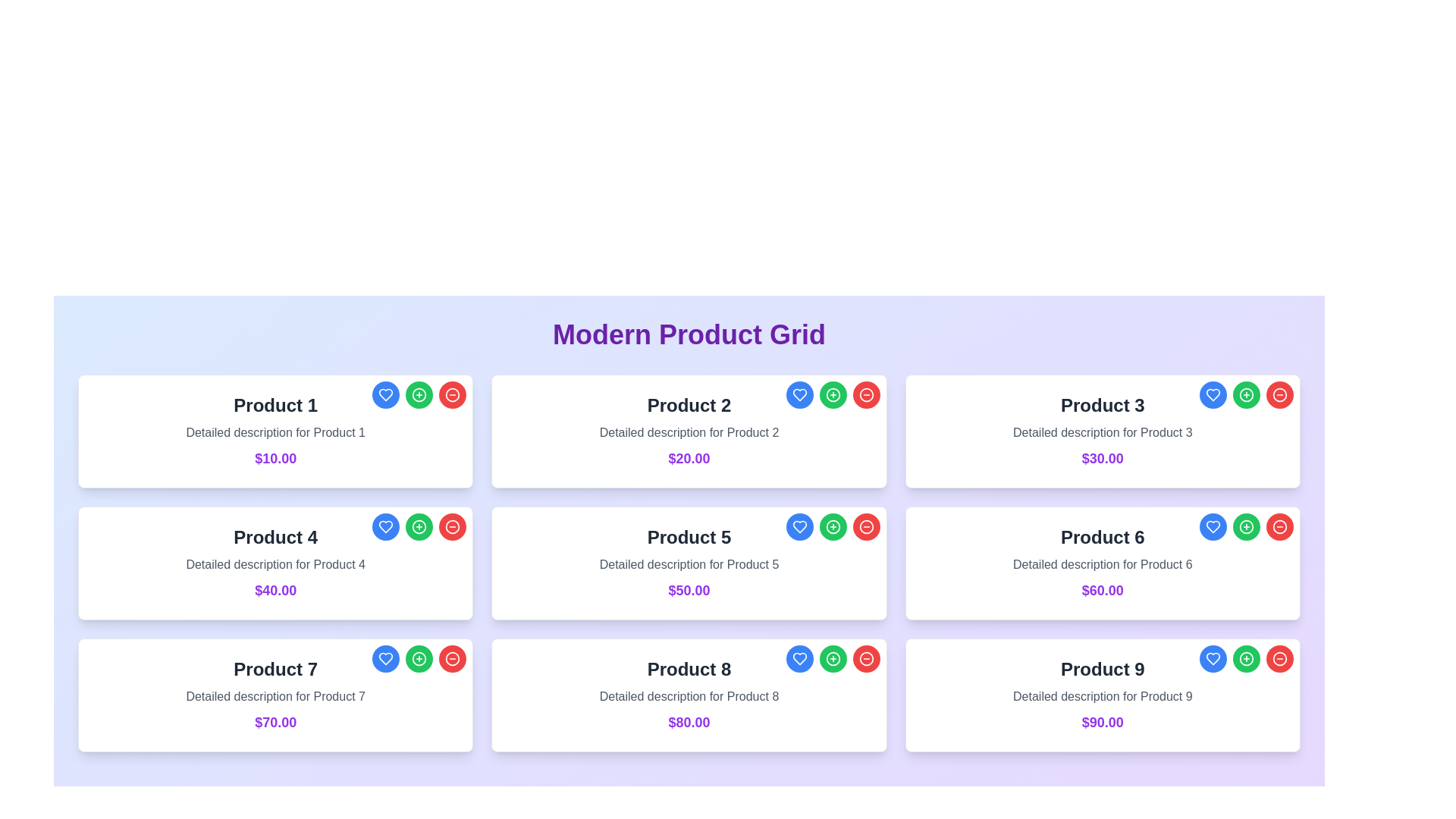 The width and height of the screenshot is (1456, 819). Describe the element at coordinates (1212, 394) in the screenshot. I see `the icon button located at the leftmost position of the three buttons in the top-right corner of 'Product 3'` at that location.